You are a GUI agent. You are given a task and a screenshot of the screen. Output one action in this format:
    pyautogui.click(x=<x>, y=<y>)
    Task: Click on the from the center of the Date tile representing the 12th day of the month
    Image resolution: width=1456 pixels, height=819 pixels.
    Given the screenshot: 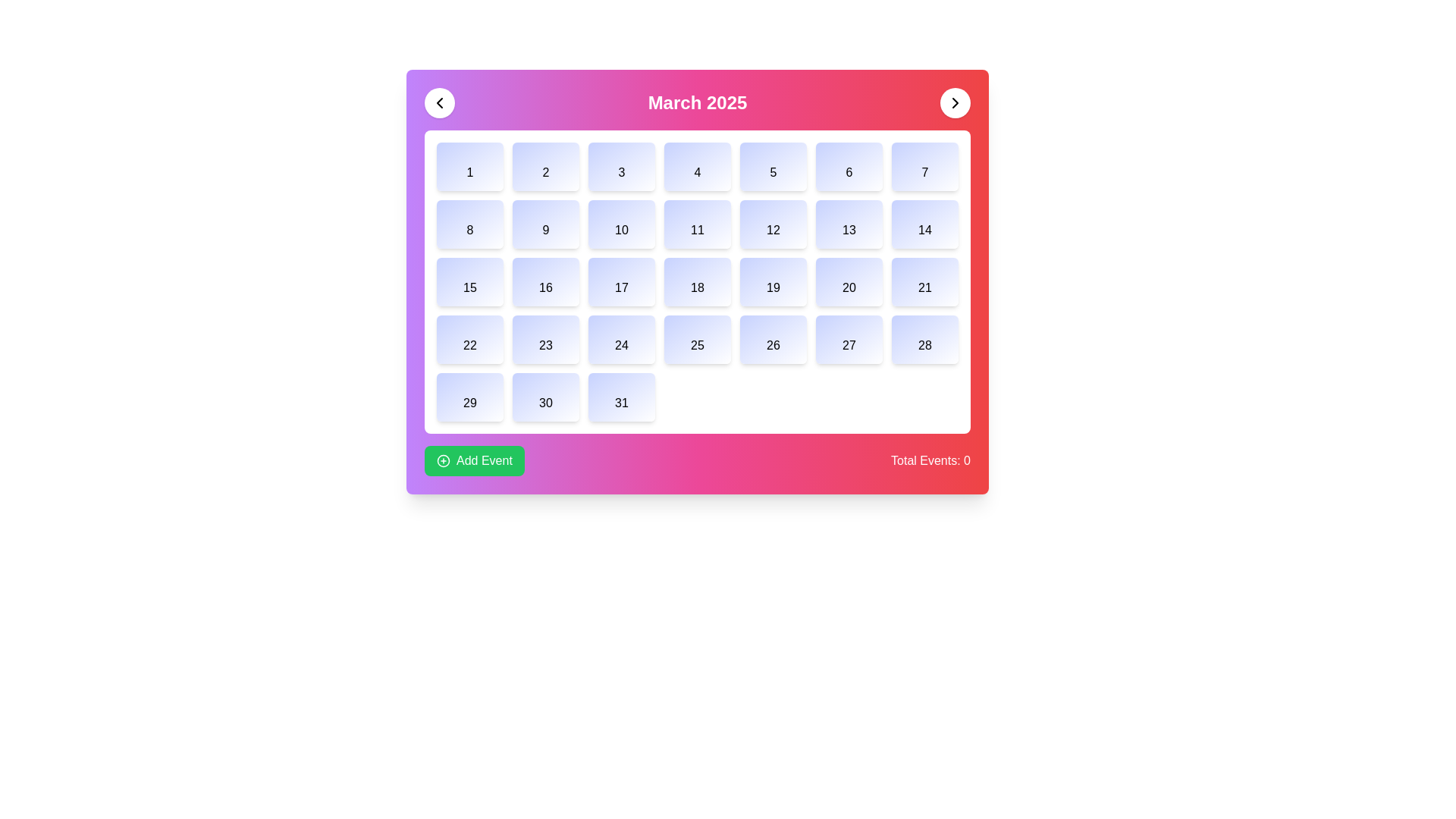 What is the action you would take?
    pyautogui.click(x=773, y=224)
    